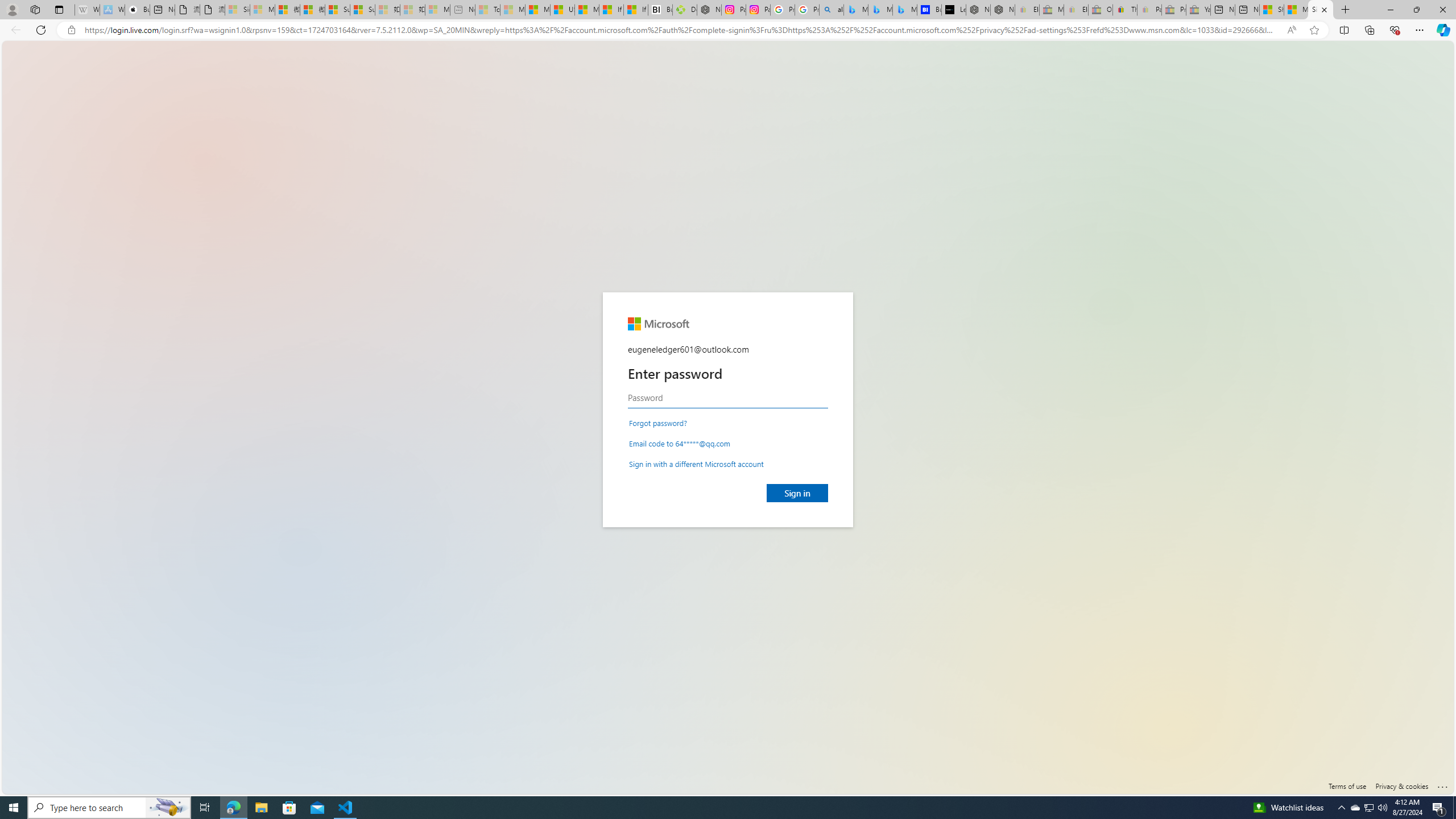  I want to click on 'Microsoft Bing Travel - Shangri-La Hotel Bangkok', so click(904, 9).